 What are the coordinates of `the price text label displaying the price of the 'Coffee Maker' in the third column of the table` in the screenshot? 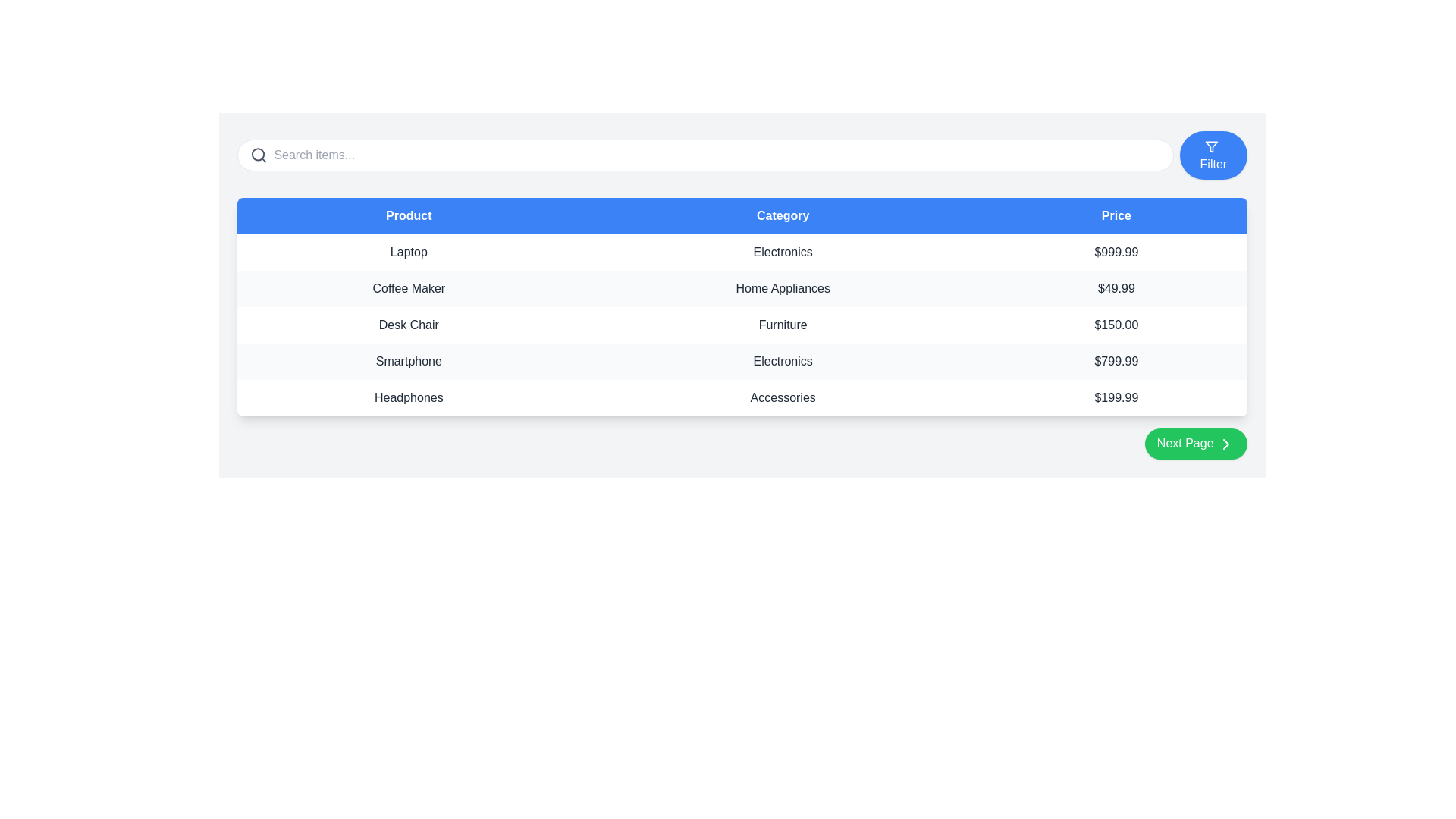 It's located at (1116, 289).